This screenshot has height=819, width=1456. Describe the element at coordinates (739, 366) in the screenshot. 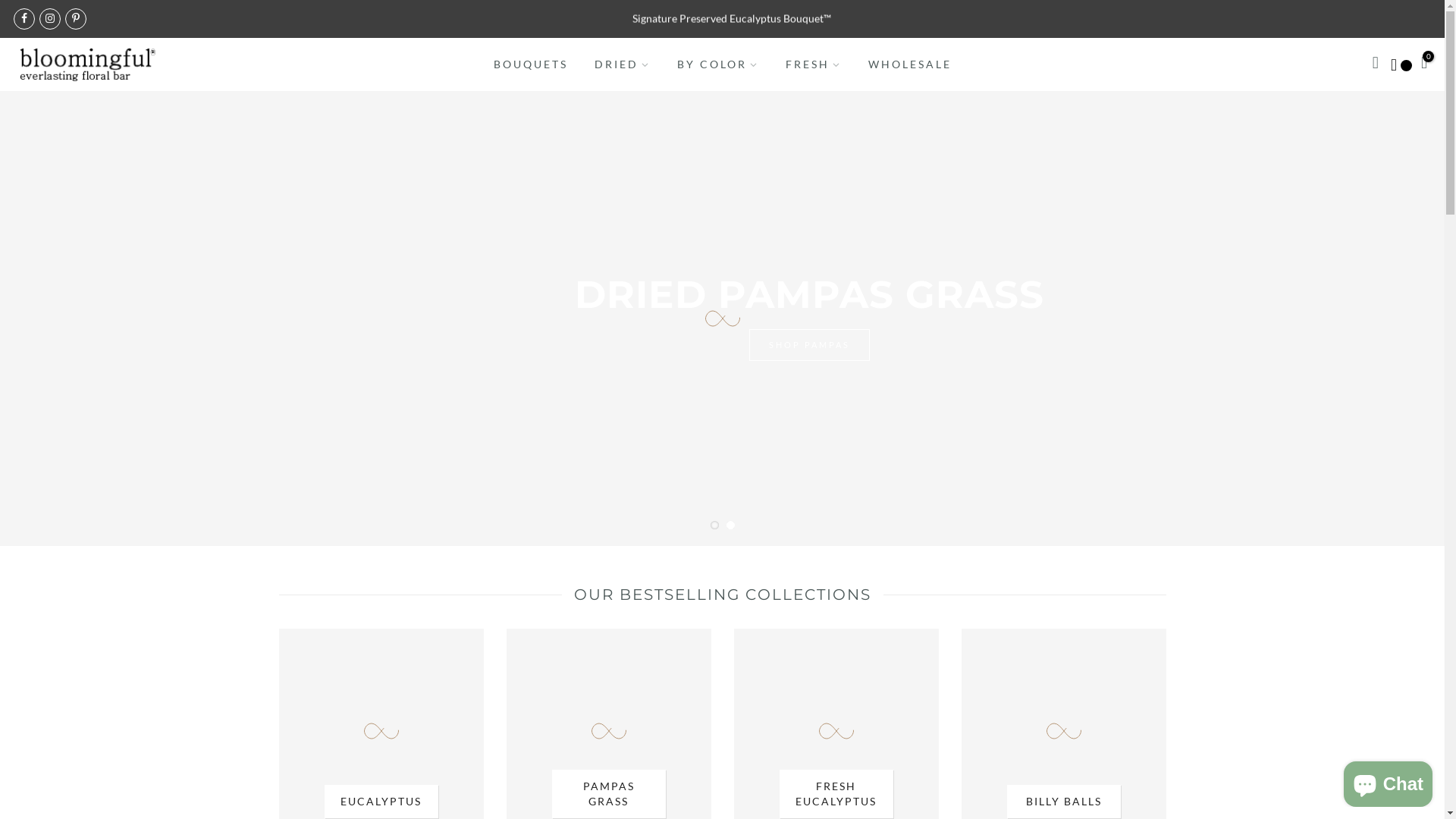

I see `'SHOP PAMPAS'` at that location.